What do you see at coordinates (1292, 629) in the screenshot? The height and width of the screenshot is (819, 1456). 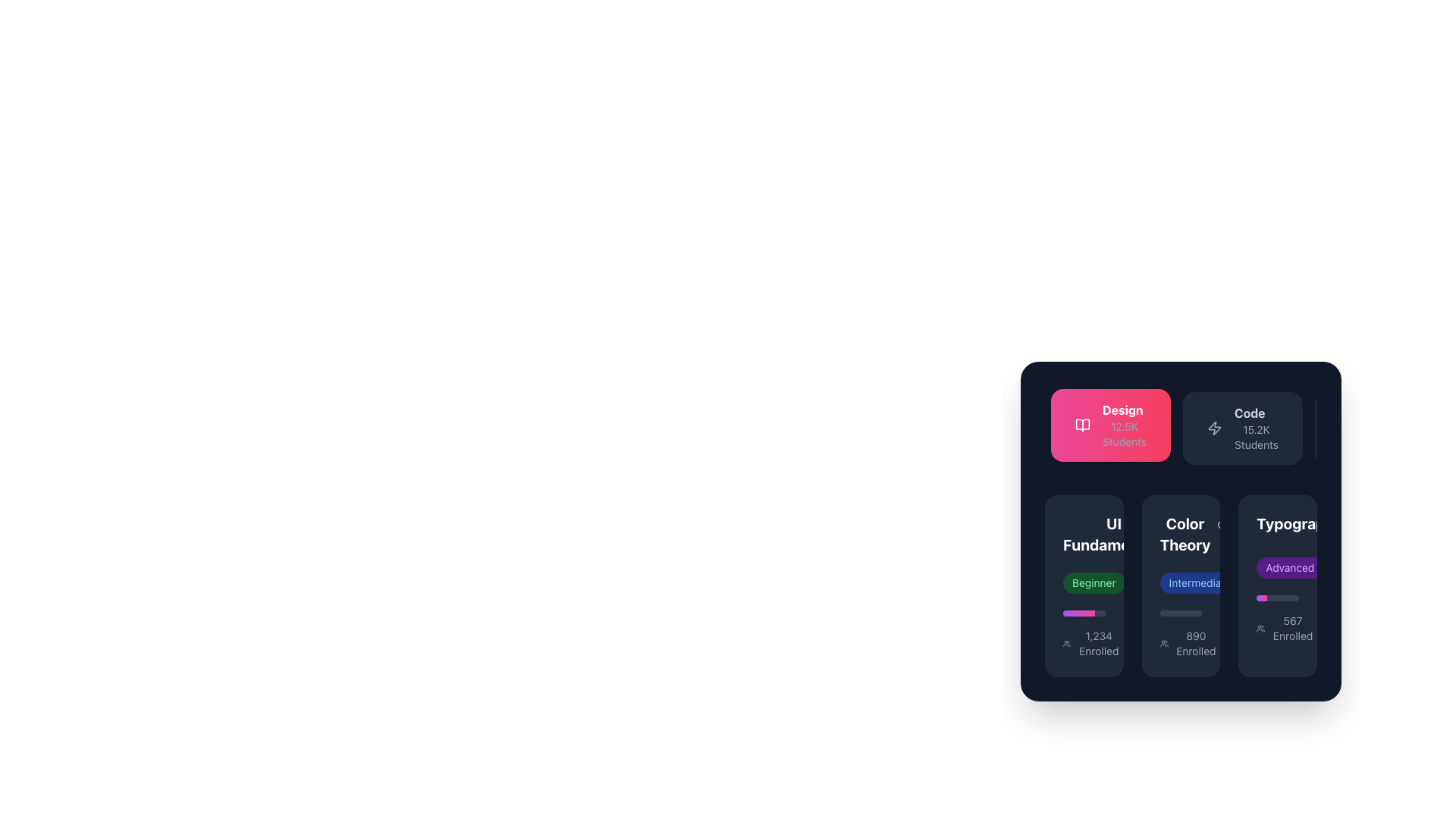 I see `the informational text label displaying the number of enrolled participants, located centrally at the bottom section of the 'Typography' card below the progress bar` at bounding box center [1292, 629].